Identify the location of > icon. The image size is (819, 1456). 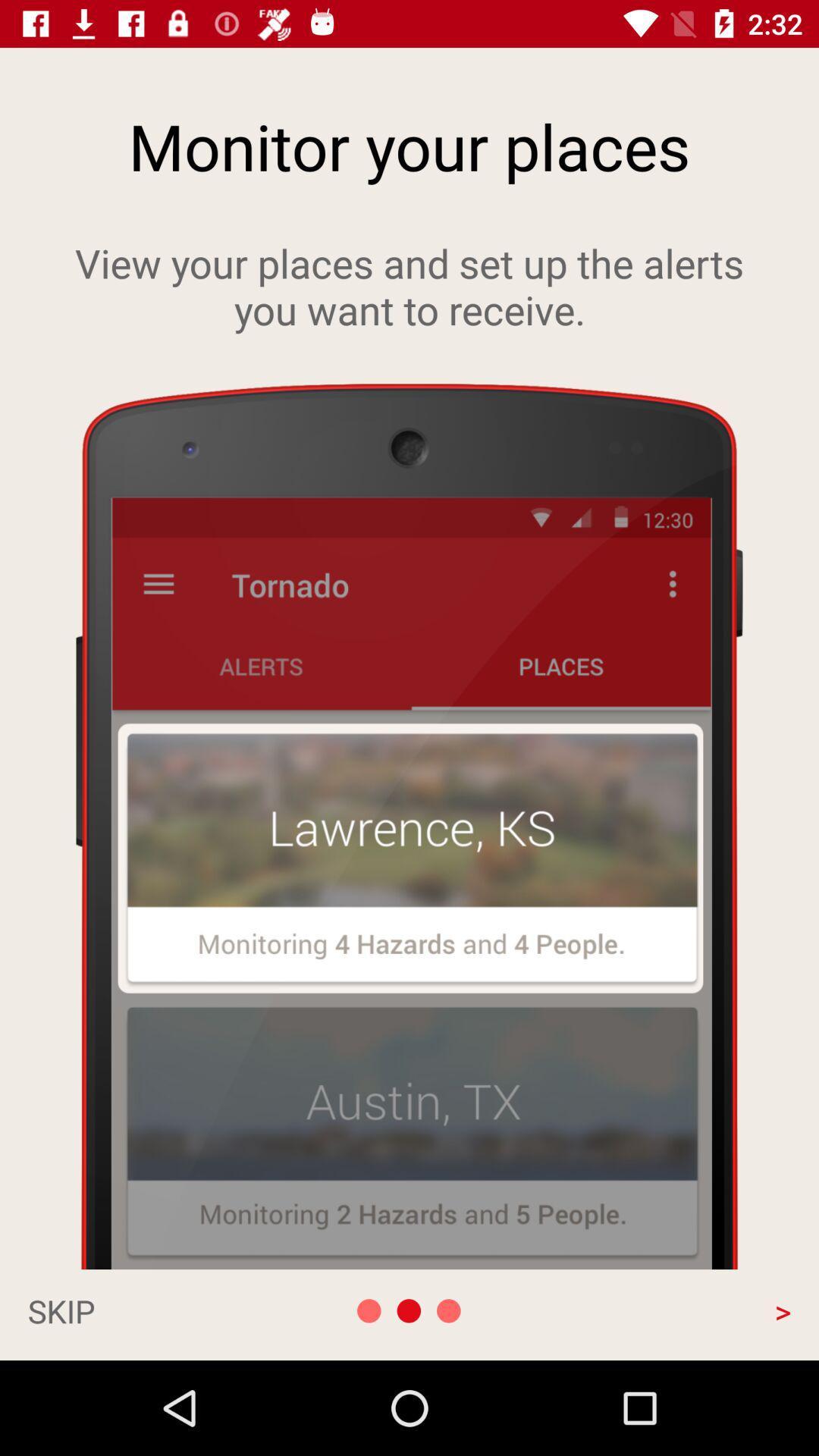
(676, 1310).